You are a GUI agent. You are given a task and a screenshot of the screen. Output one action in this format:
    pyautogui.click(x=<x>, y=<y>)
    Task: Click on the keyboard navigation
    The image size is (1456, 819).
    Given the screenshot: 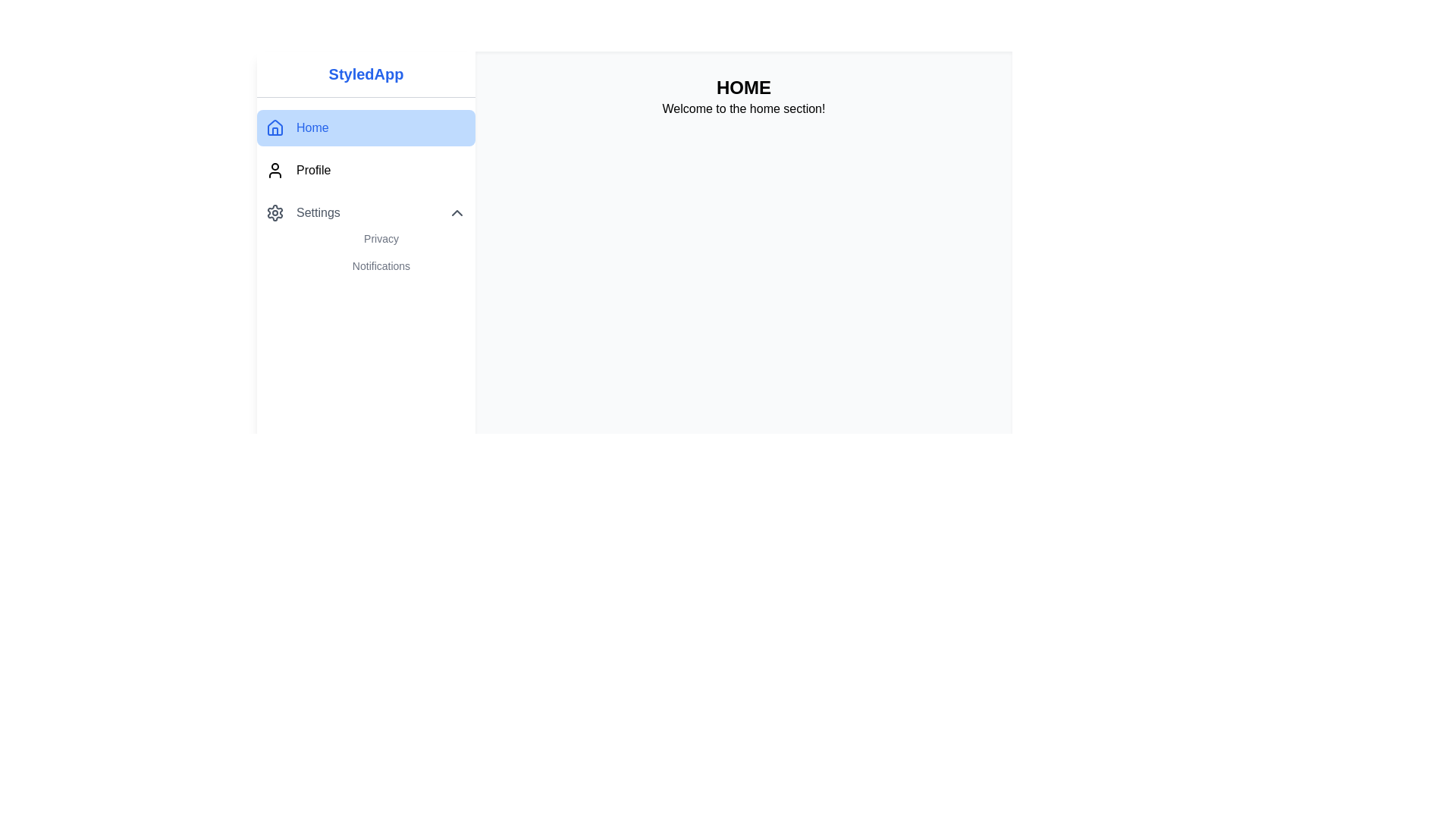 What is the action you would take?
    pyautogui.click(x=366, y=213)
    